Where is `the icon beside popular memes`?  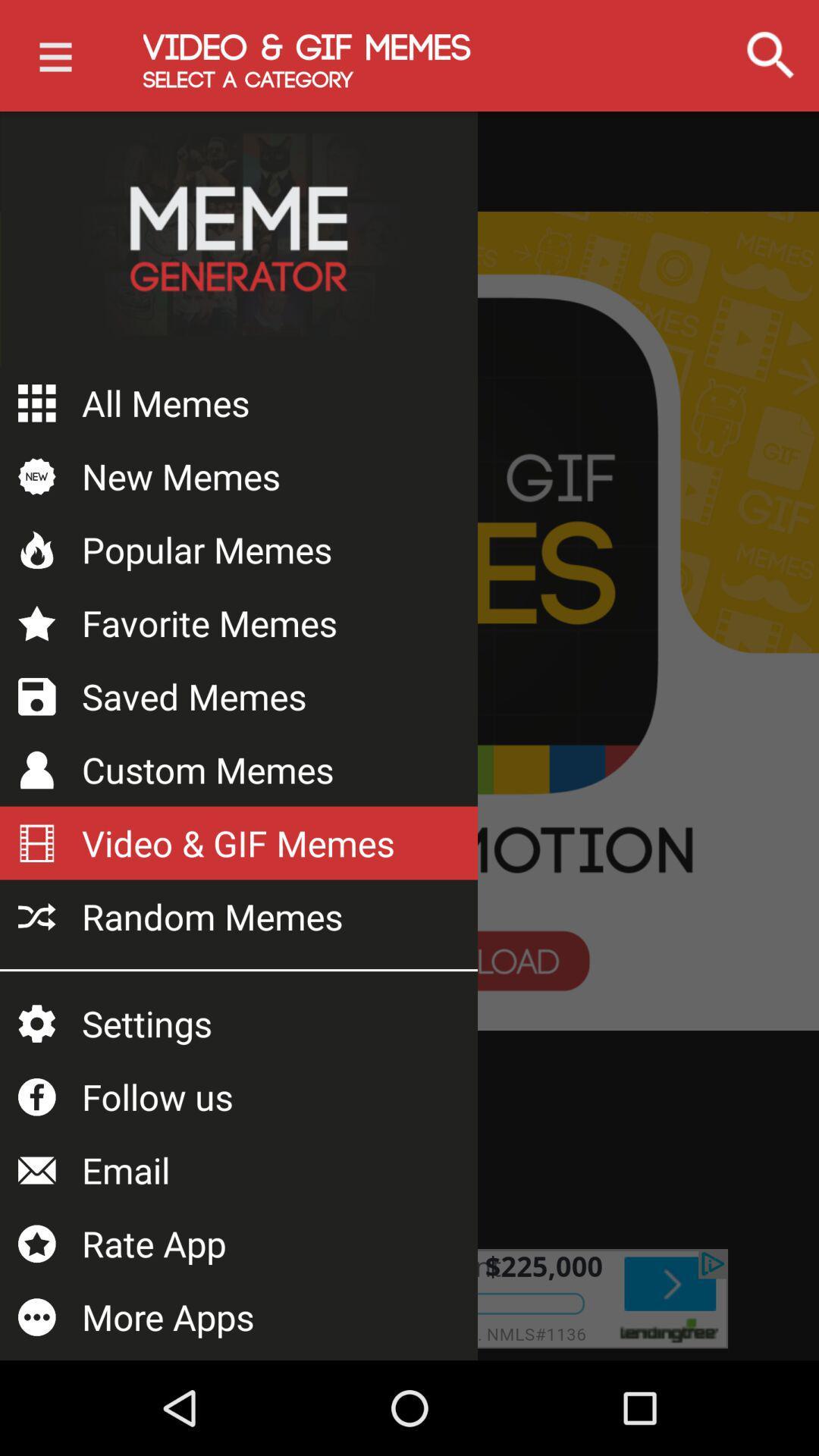 the icon beside popular memes is located at coordinates (36, 548).